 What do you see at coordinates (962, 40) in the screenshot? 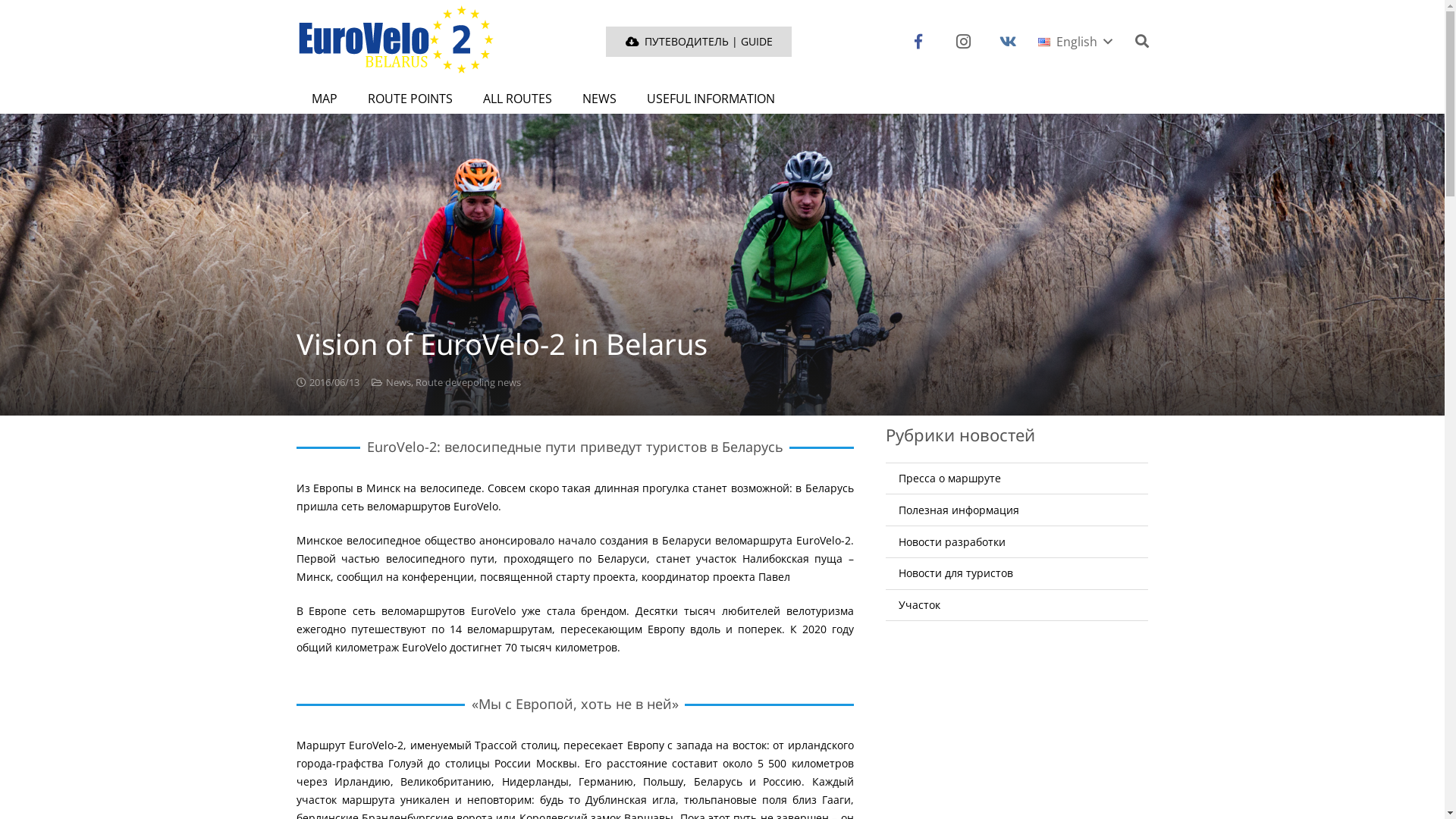
I see `'Instagram'` at bounding box center [962, 40].